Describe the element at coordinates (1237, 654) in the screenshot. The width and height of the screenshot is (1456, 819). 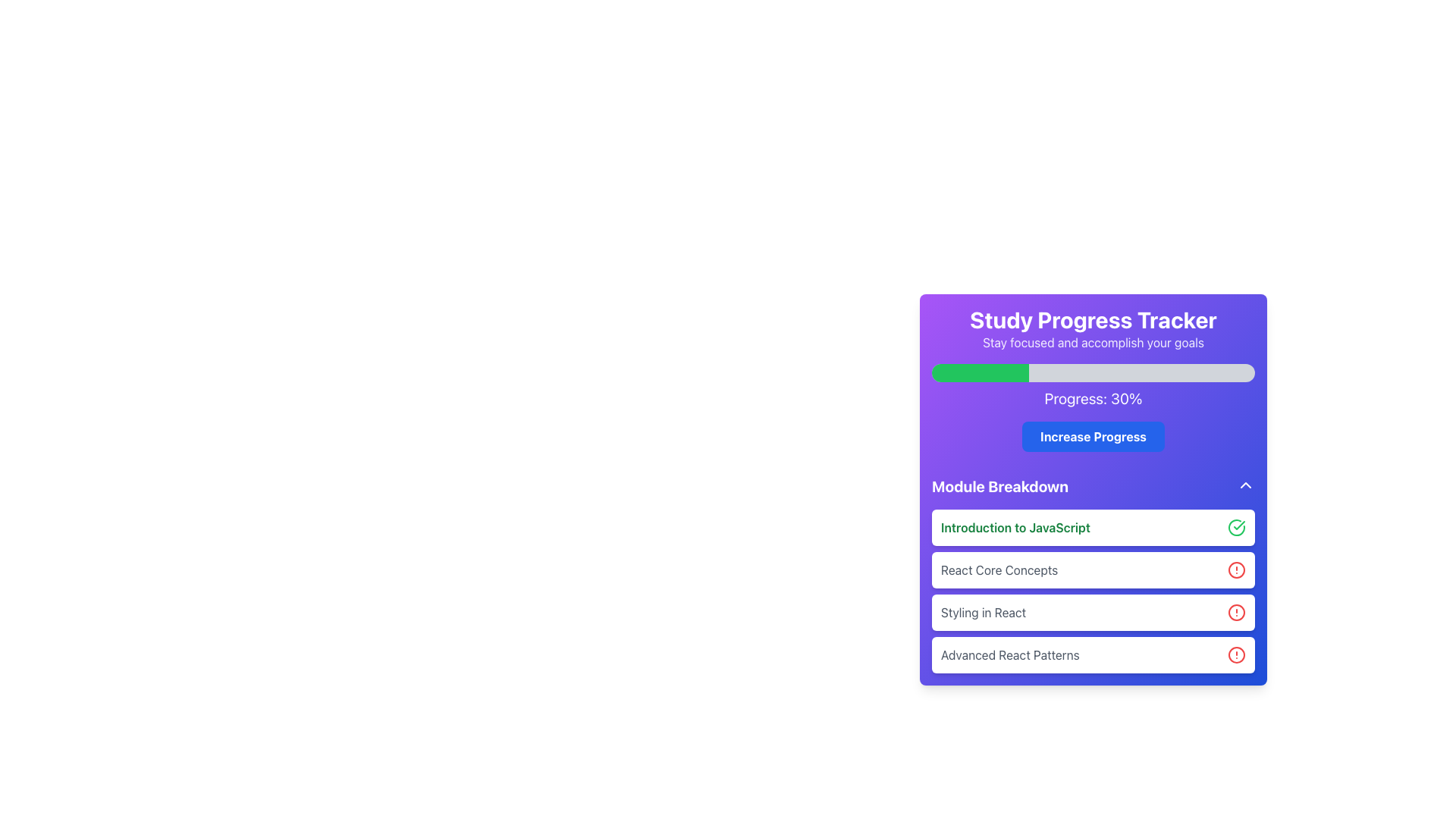
I see `the details of the Warning icon located on the far right side of the 'Advanced React Patterns' module entry in the 'Module Breakdown' section` at that location.